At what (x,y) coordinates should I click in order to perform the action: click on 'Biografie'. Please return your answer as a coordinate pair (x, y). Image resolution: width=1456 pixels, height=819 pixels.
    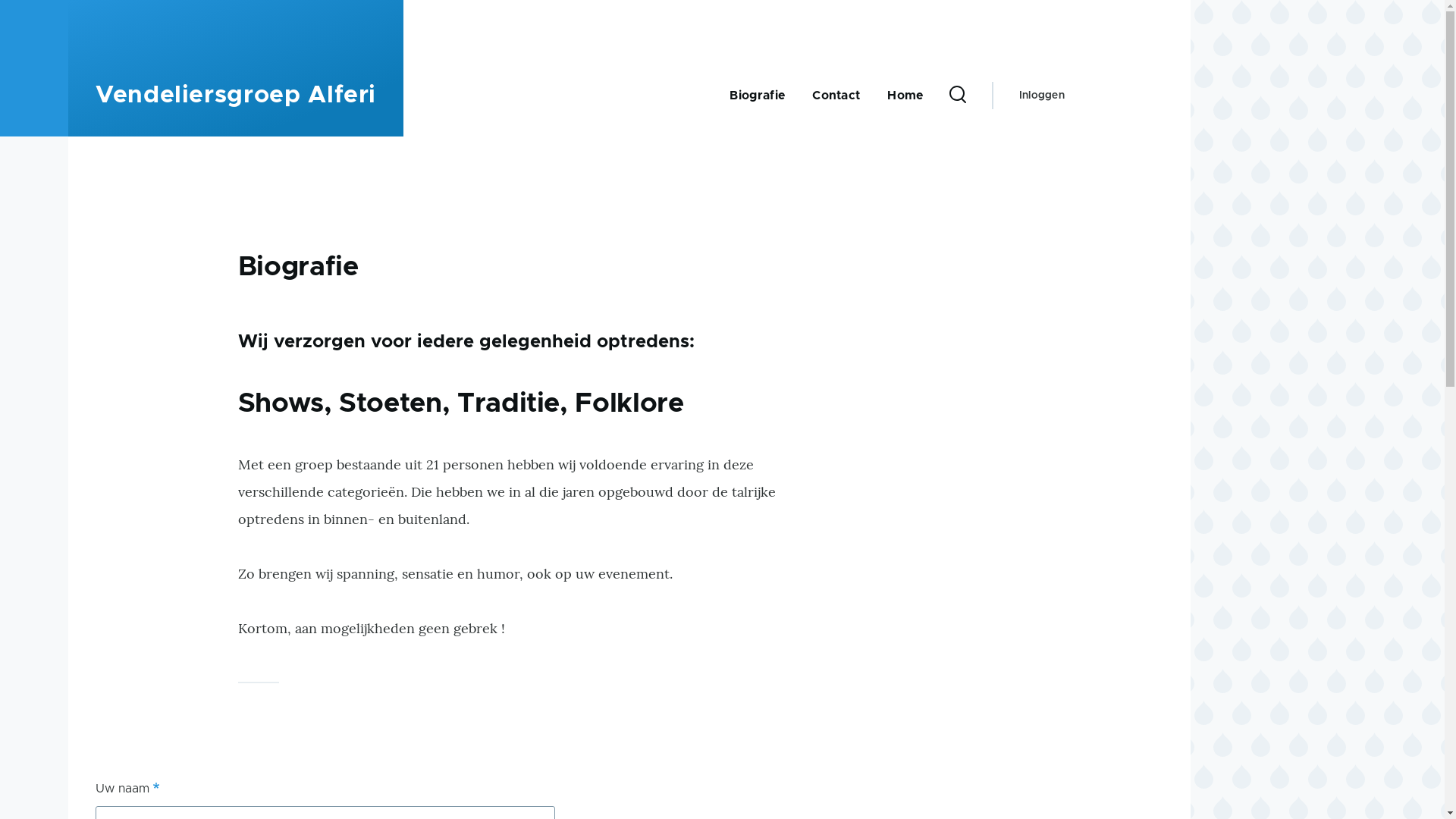
    Looking at the image, I should click on (298, 267).